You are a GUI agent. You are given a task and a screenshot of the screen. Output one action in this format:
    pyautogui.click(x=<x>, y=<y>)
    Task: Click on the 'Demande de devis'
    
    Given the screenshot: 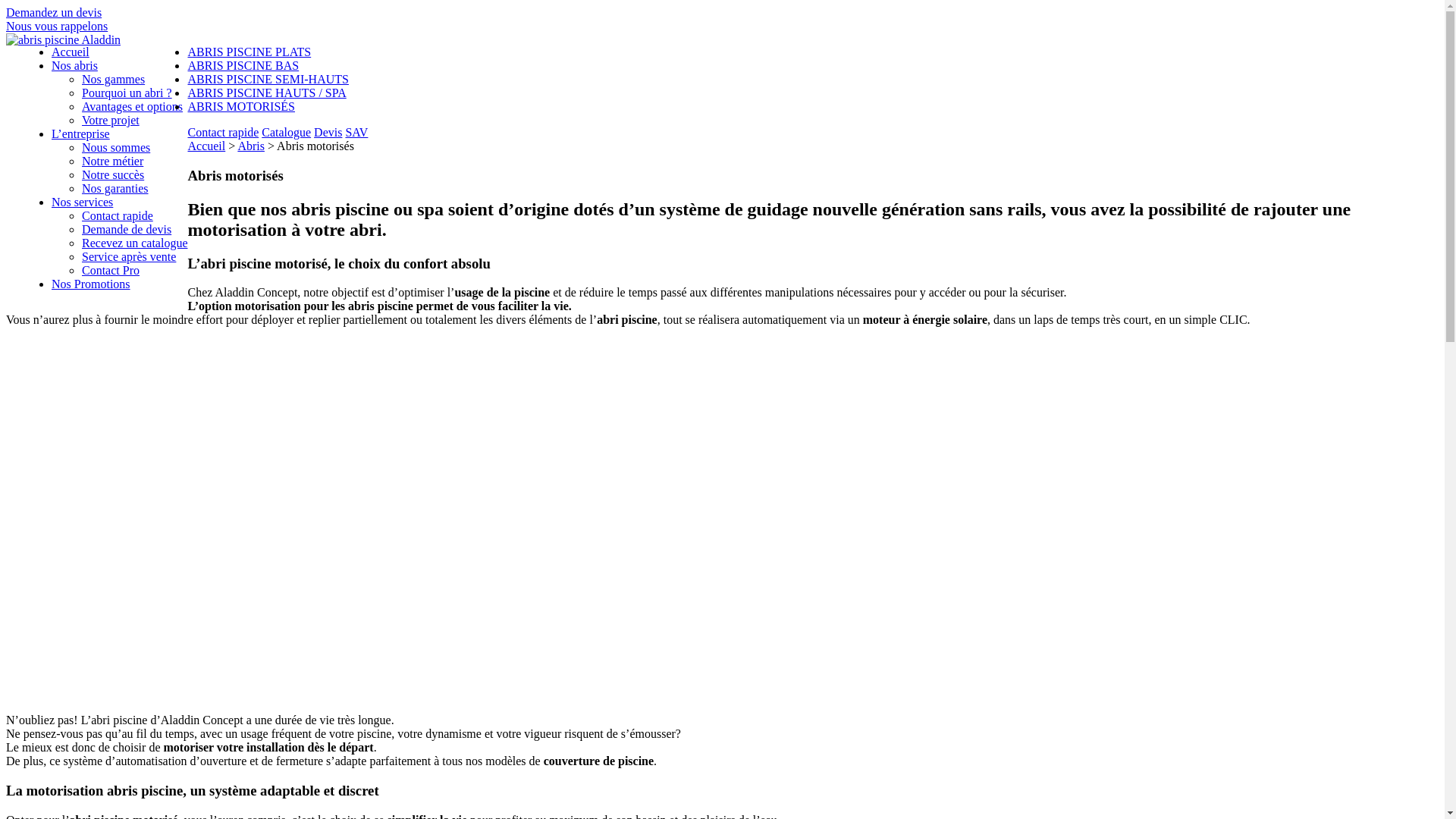 What is the action you would take?
    pyautogui.click(x=127, y=229)
    